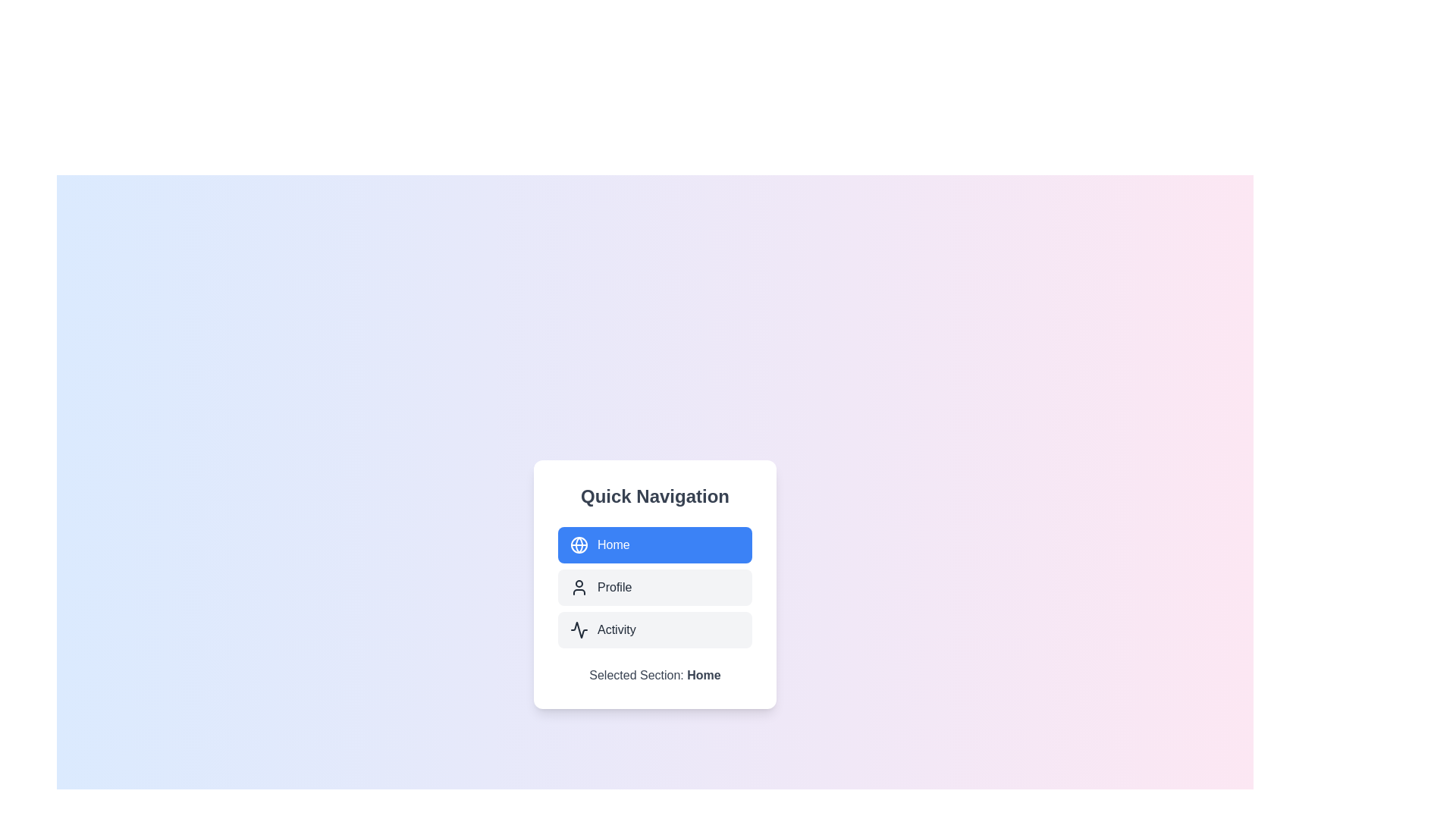 This screenshot has width=1456, height=819. What do you see at coordinates (614, 587) in the screenshot?
I see `the 'Profile' label element, which is styled in dark gray and positioned in the vertical navigation list between 'Home' and 'Activity'` at bounding box center [614, 587].